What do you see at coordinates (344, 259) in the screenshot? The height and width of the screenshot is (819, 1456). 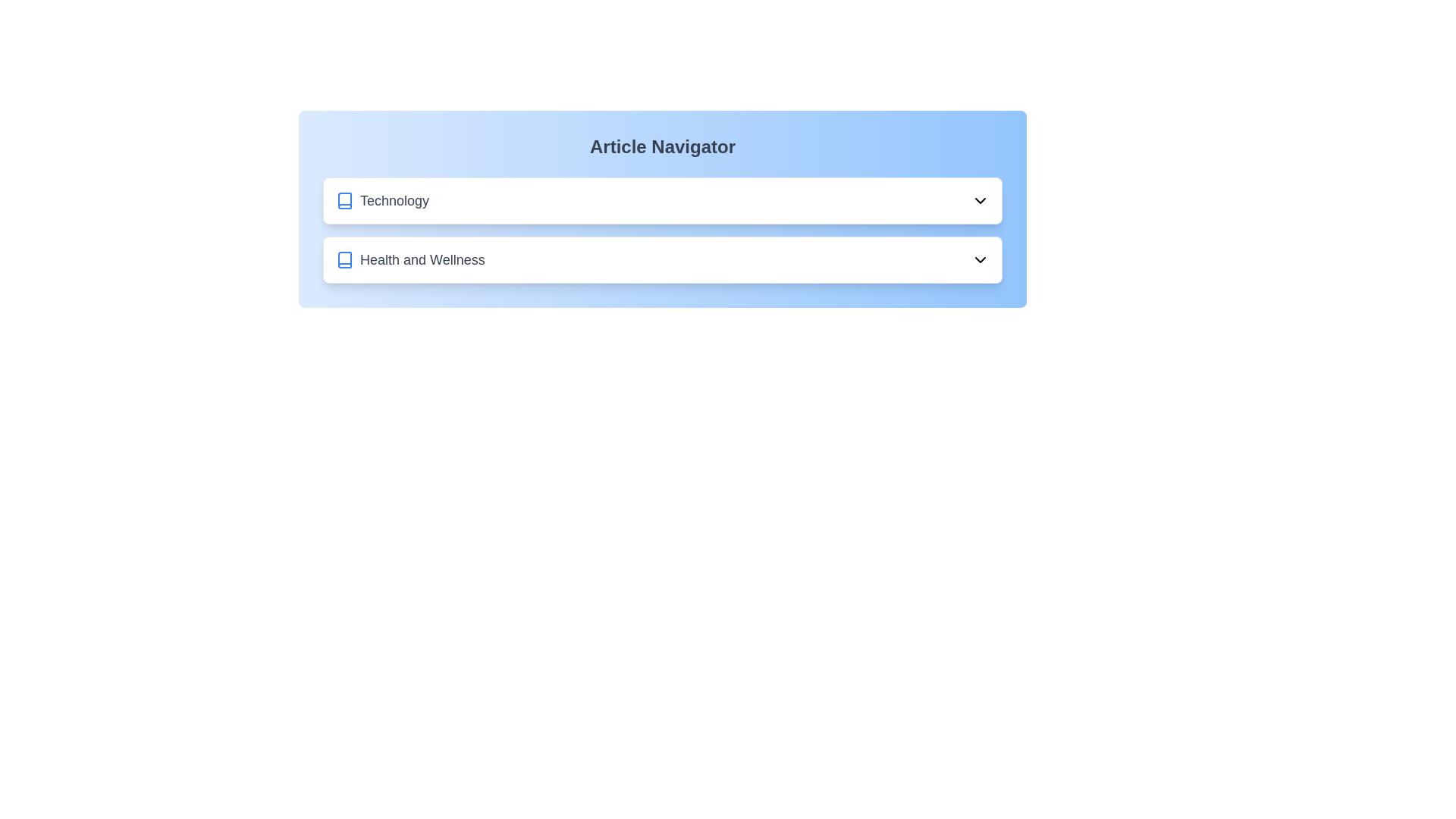 I see `the blue stroke line book icon located in the second row of the Article Navigator, aligned with the text 'Health and Wellness'` at bounding box center [344, 259].